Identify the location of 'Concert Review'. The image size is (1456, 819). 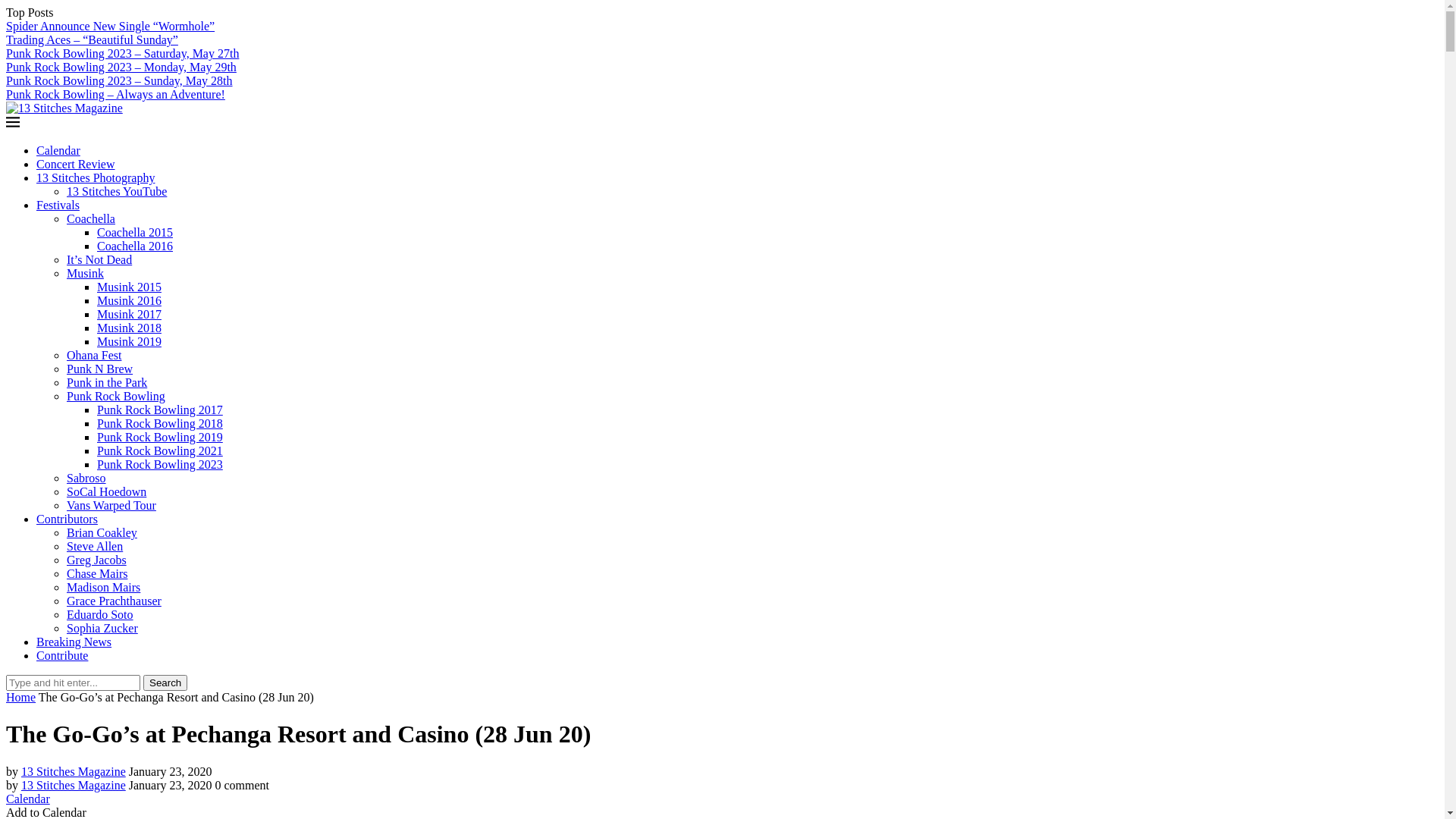
(75, 164).